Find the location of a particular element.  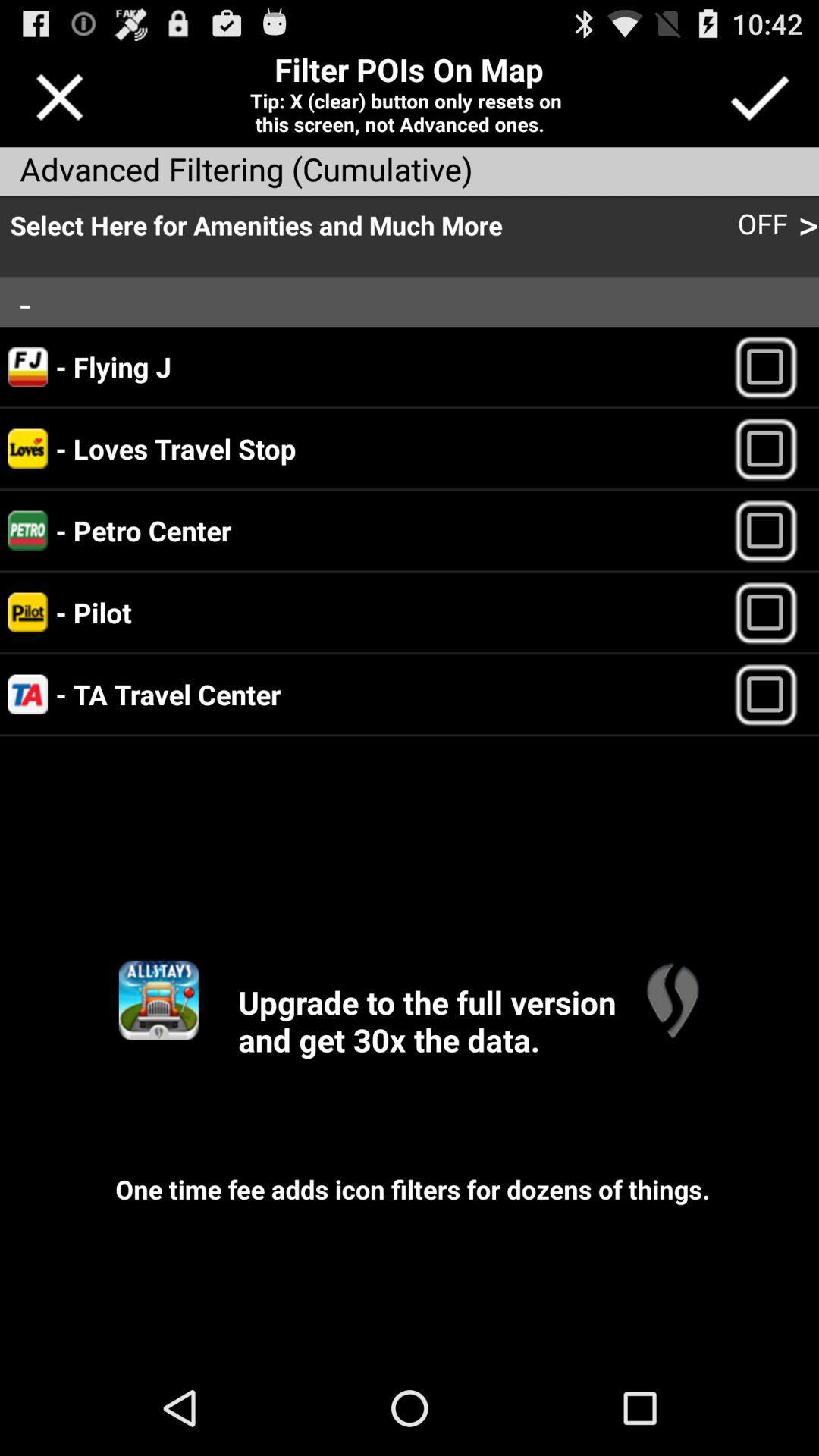

the logo of pilot is located at coordinates (28, 612).